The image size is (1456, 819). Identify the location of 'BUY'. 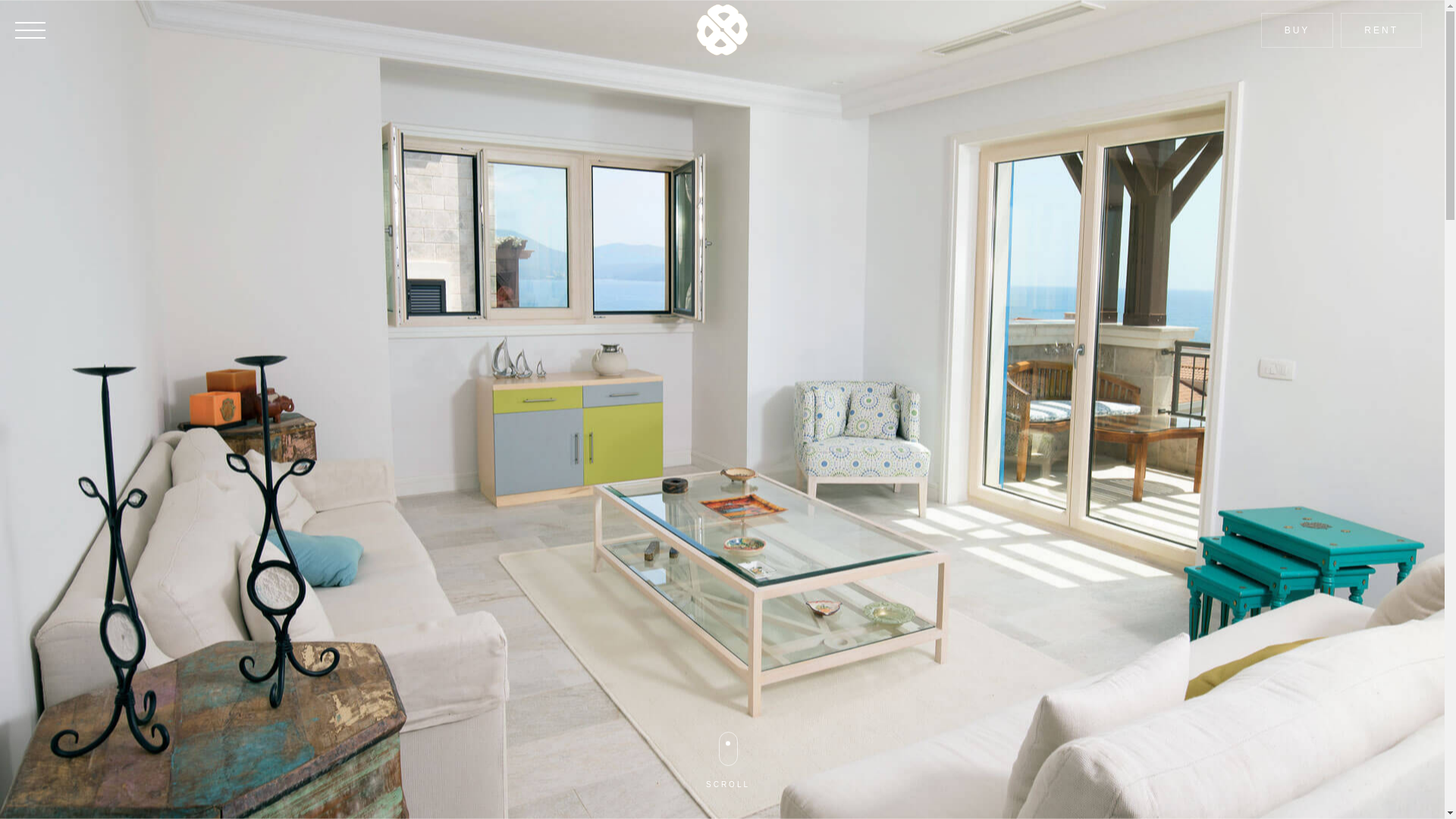
(1260, 30).